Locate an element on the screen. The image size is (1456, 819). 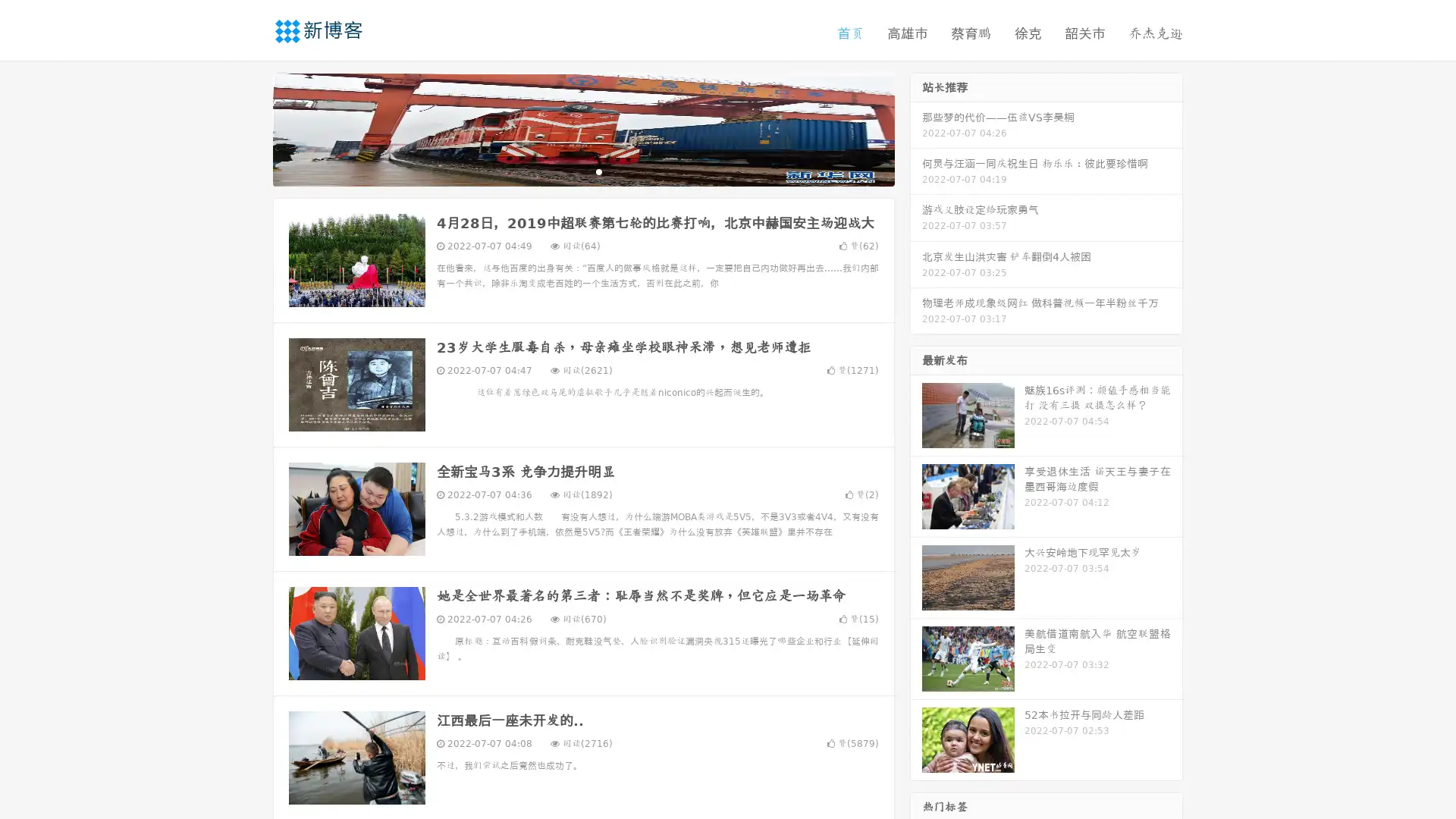
Go to slide 2 is located at coordinates (582, 171).